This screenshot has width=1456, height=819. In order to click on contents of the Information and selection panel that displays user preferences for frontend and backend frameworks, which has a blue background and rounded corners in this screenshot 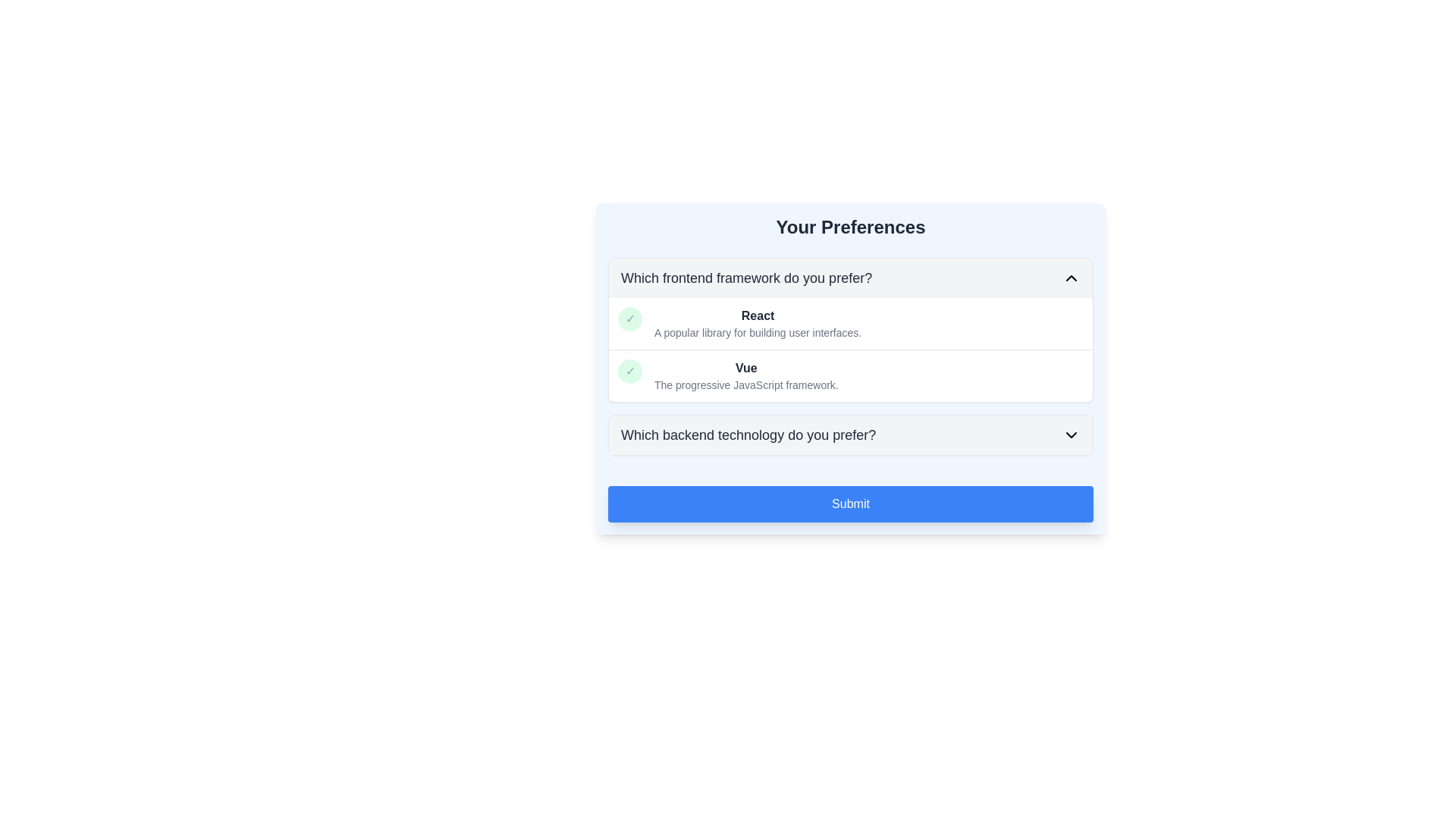, I will do `click(851, 369)`.